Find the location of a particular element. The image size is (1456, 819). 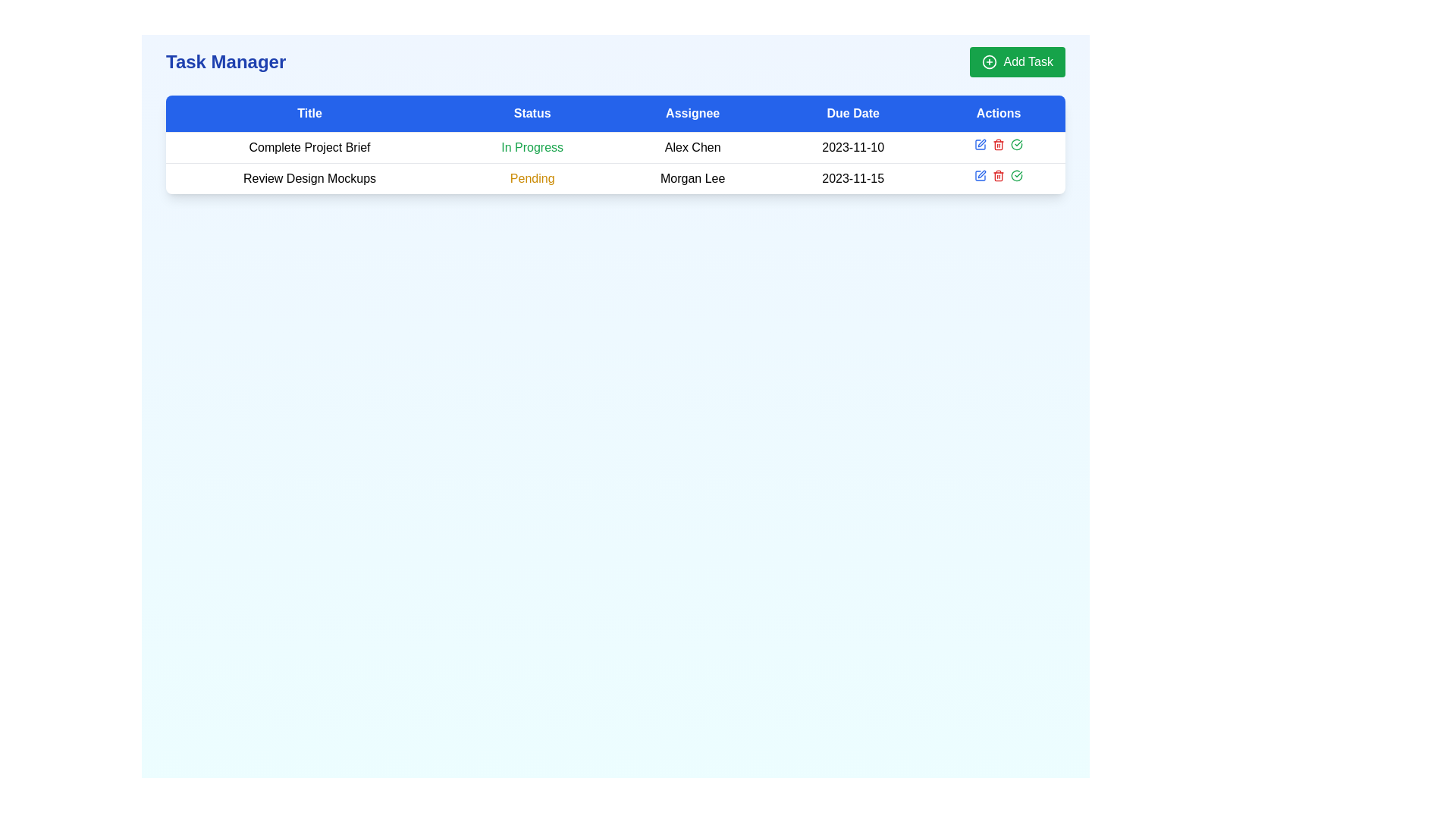

the text label 'Morgan Lee' located in the 'Assignee' column of a blue-highlighted header table is located at coordinates (692, 177).